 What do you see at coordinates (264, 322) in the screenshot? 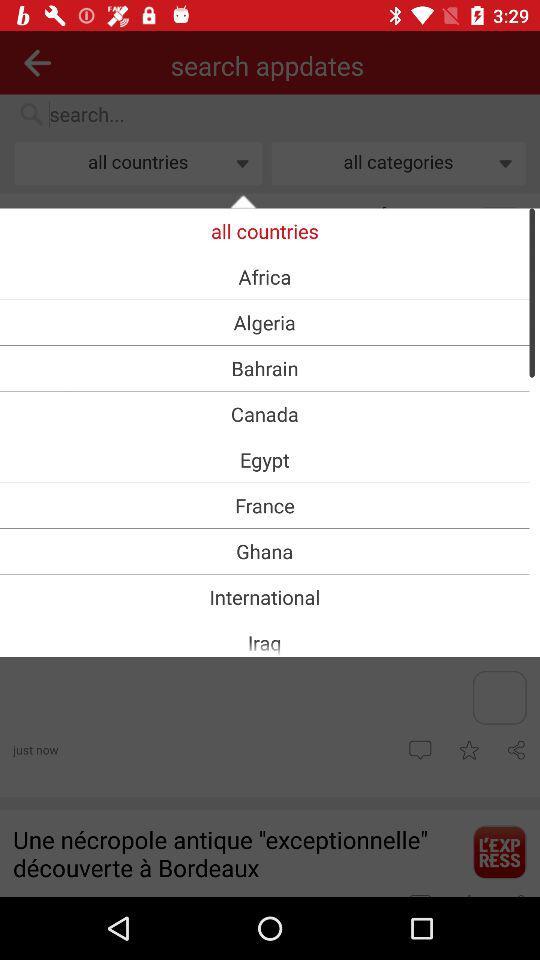
I see `icon above the bahrain icon` at bounding box center [264, 322].